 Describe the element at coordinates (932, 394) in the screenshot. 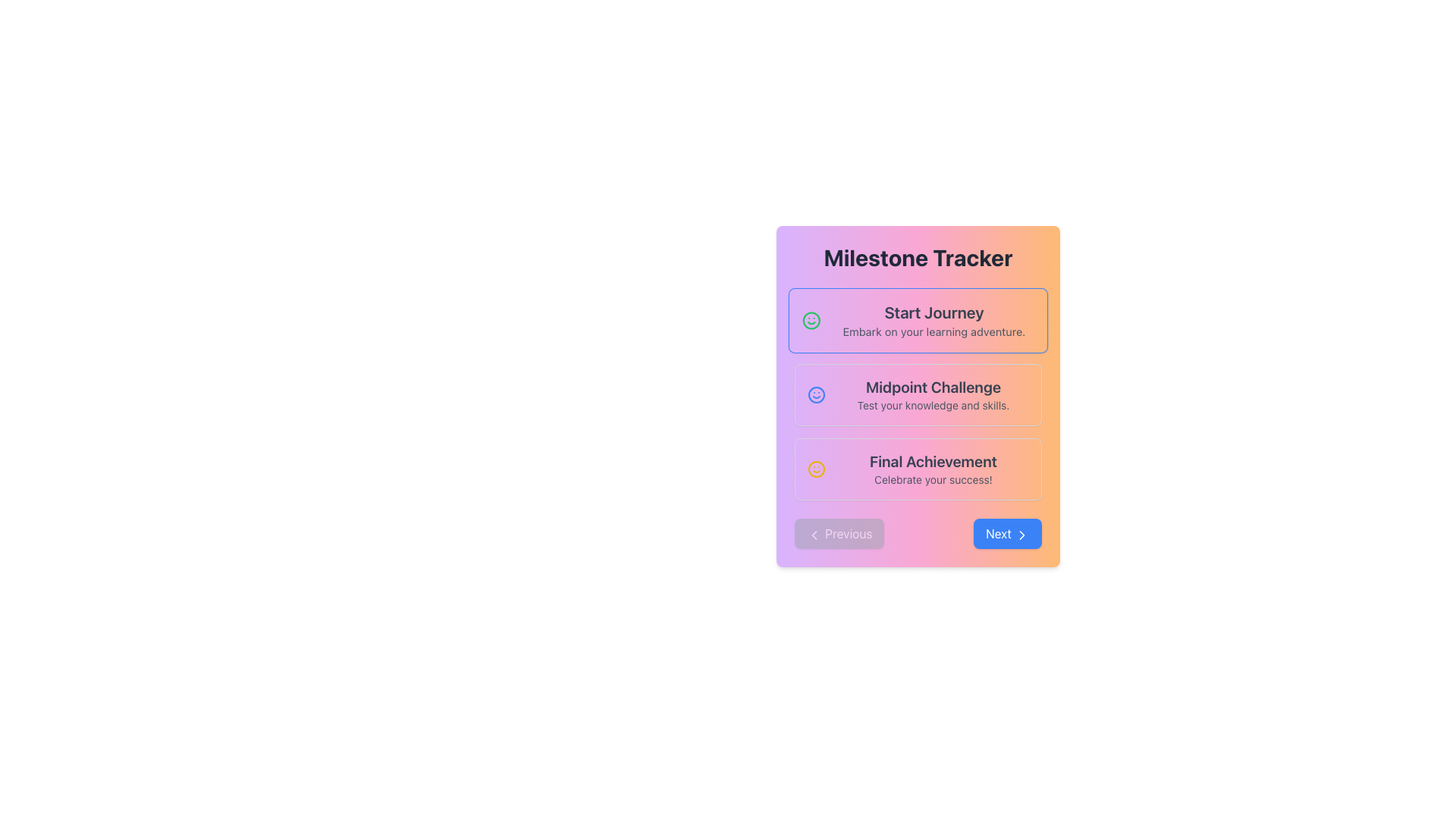

I see `the text element displaying 'Midpoint Challenge' in bold dark gray, which is the subtitle of the second milestone card in the 'Milestone Tracker.'` at that location.